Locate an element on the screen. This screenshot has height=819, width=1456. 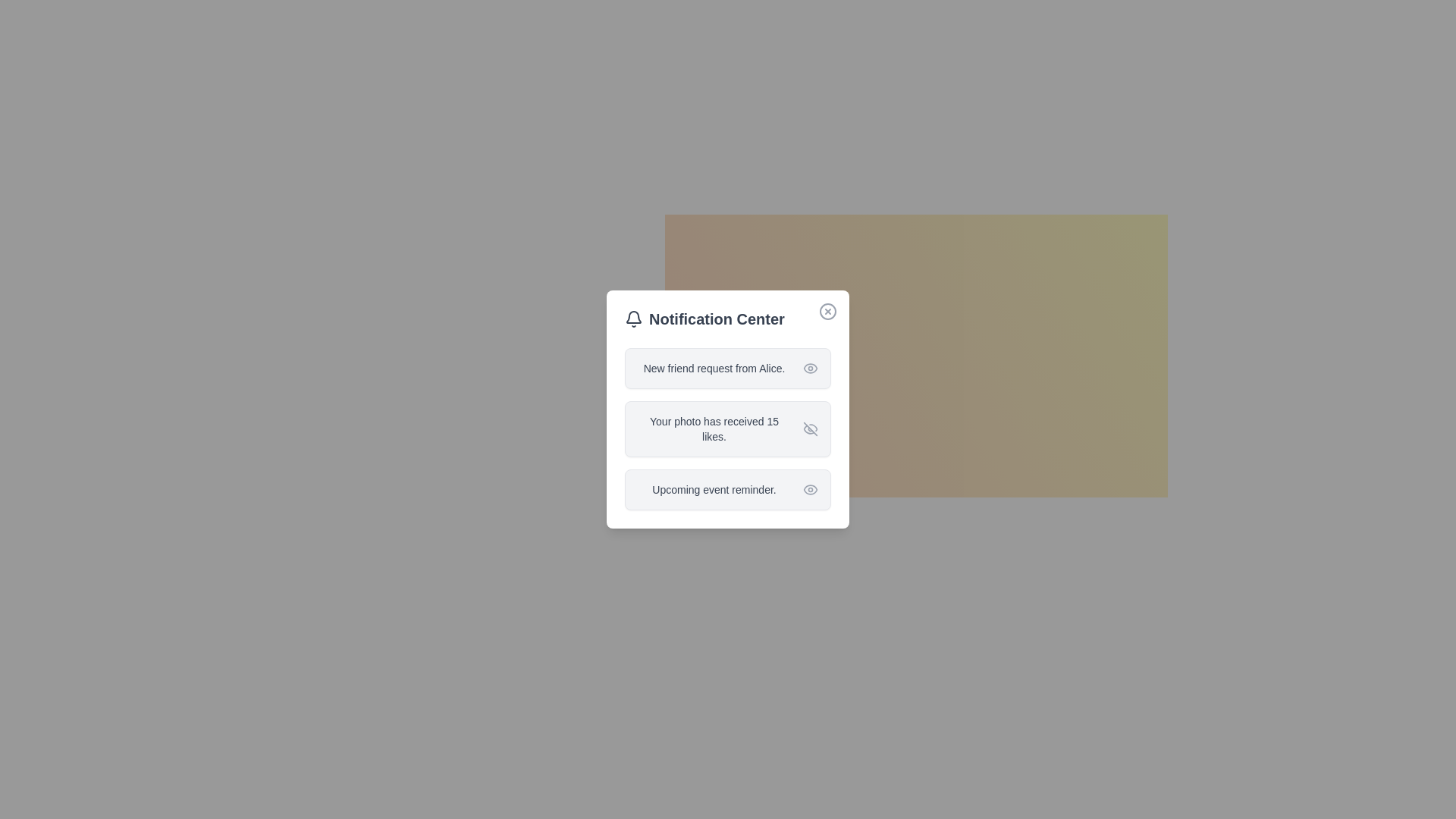
the eye-shaped icon in the notification card stating 'New friend request from Alice' is located at coordinates (810, 369).